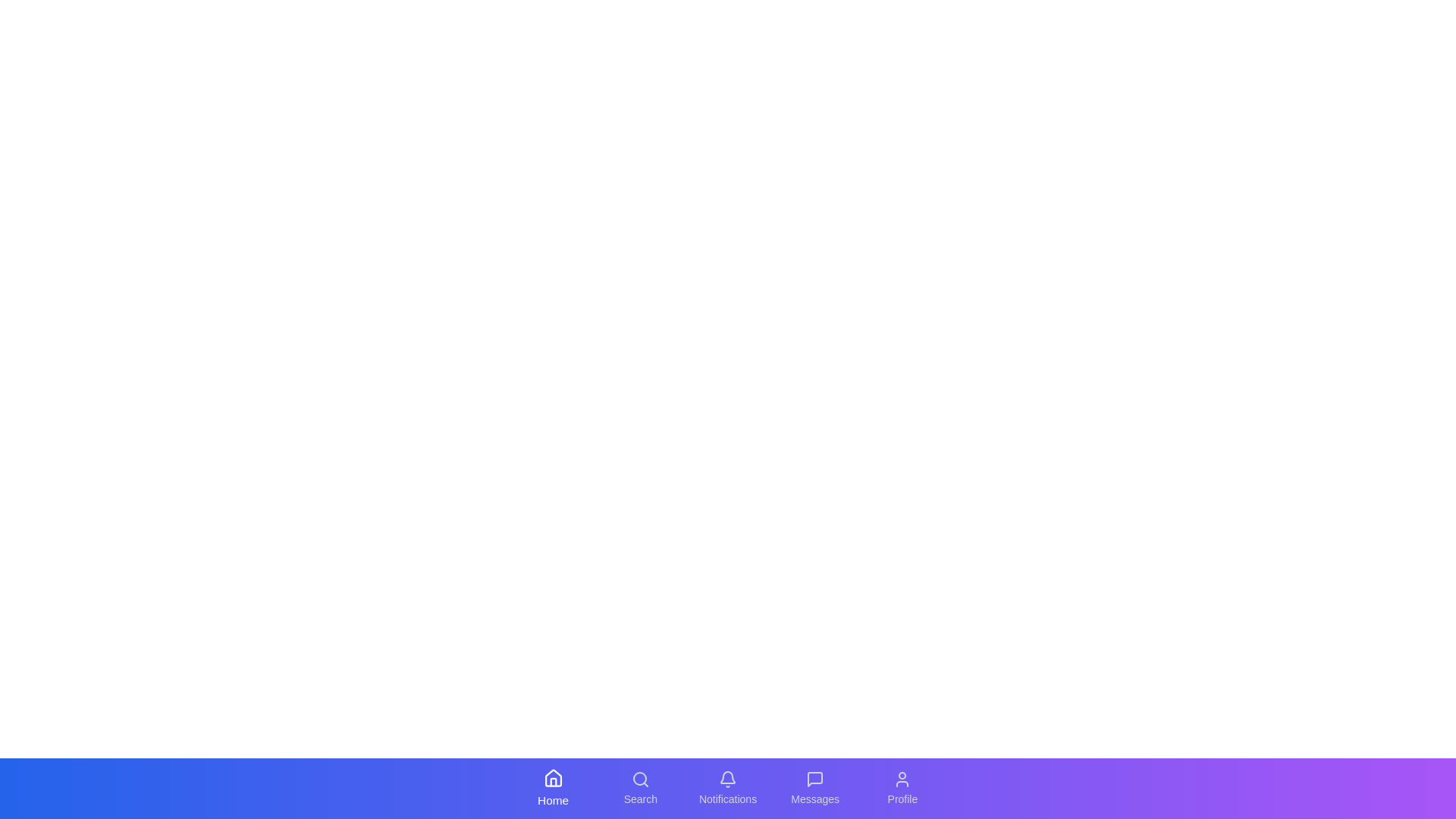  What do you see at coordinates (552, 788) in the screenshot?
I see `the tab labeled Home in the bottom navigation bar` at bounding box center [552, 788].